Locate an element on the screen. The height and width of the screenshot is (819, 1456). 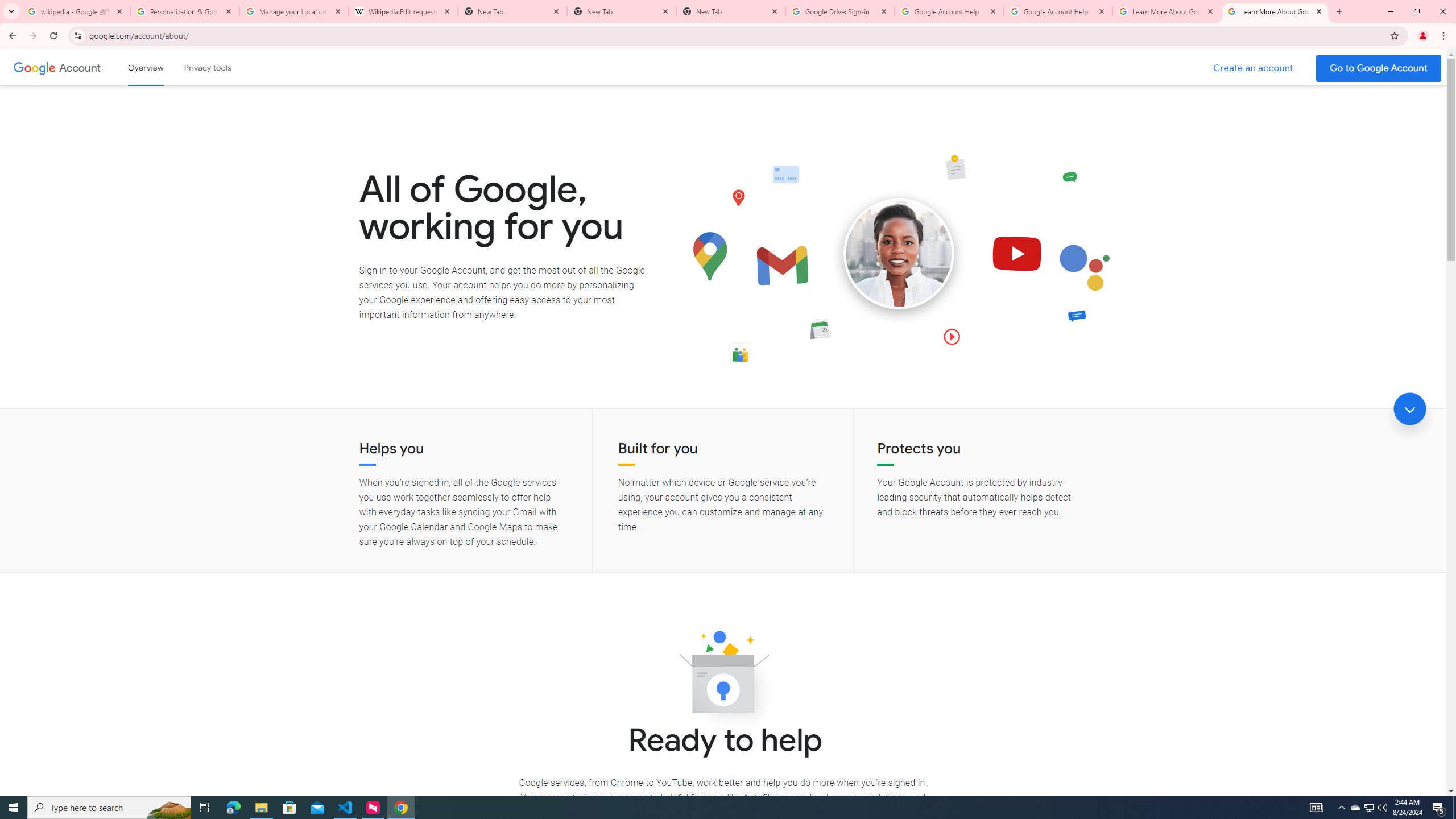
'Wikipedia:Edit requests - Wikipedia' is located at coordinates (403, 11).